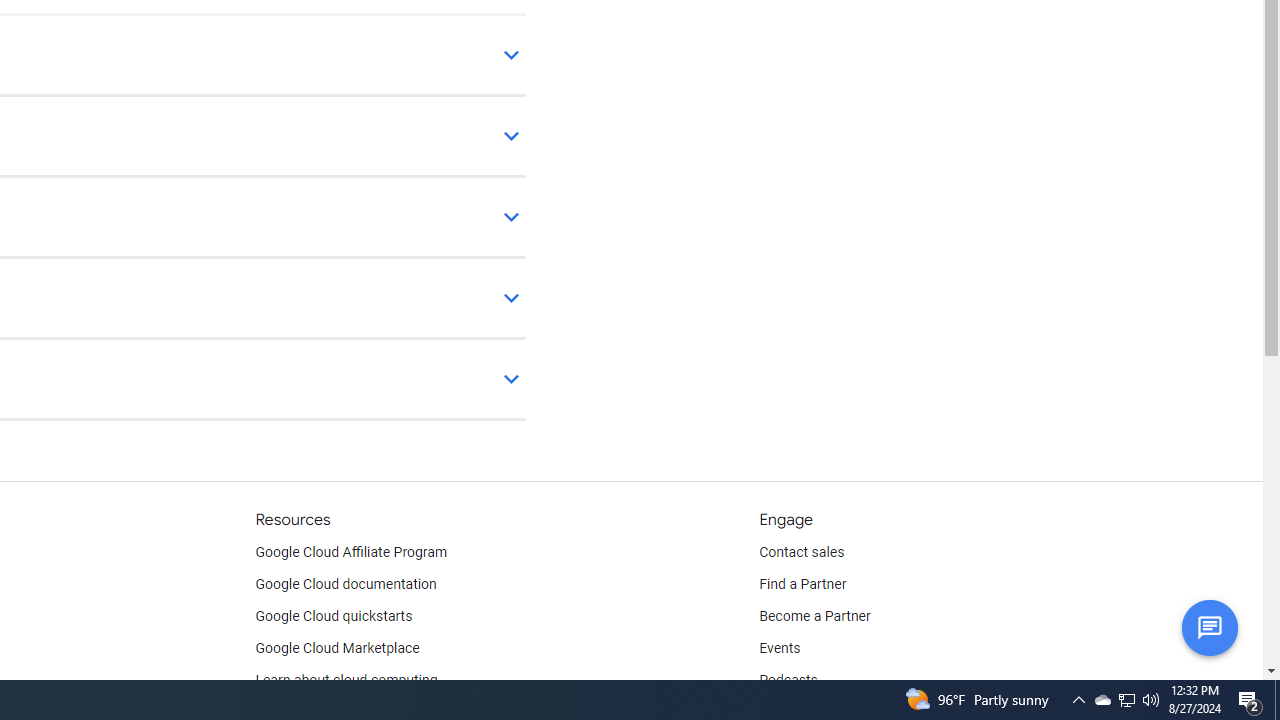 Image resolution: width=1280 pixels, height=720 pixels. Describe the element at coordinates (779, 649) in the screenshot. I see `'Events'` at that location.